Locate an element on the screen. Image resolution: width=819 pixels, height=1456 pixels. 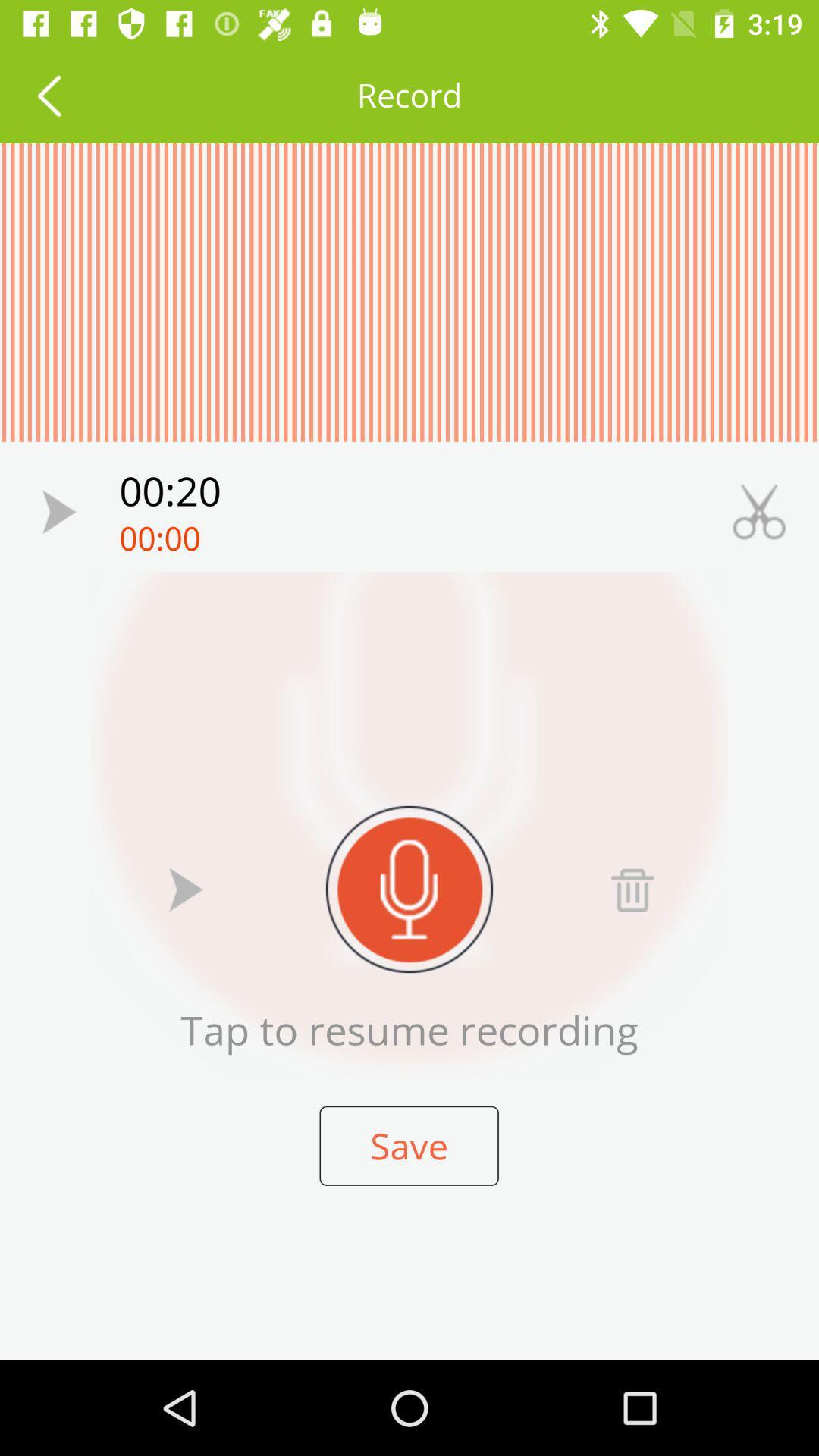
the close icon is located at coordinates (759, 512).